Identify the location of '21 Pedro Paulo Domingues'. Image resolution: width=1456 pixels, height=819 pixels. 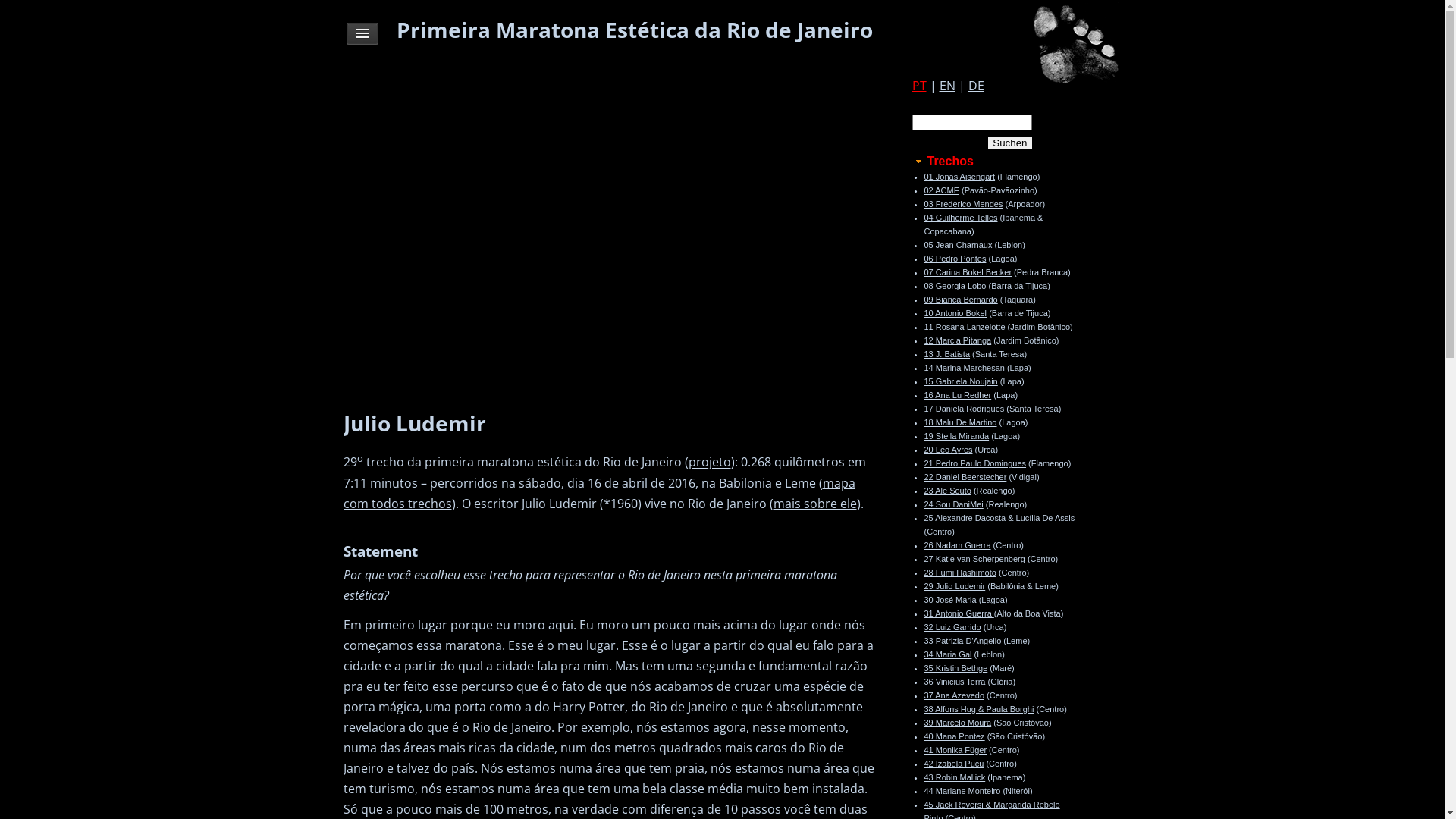
(974, 462).